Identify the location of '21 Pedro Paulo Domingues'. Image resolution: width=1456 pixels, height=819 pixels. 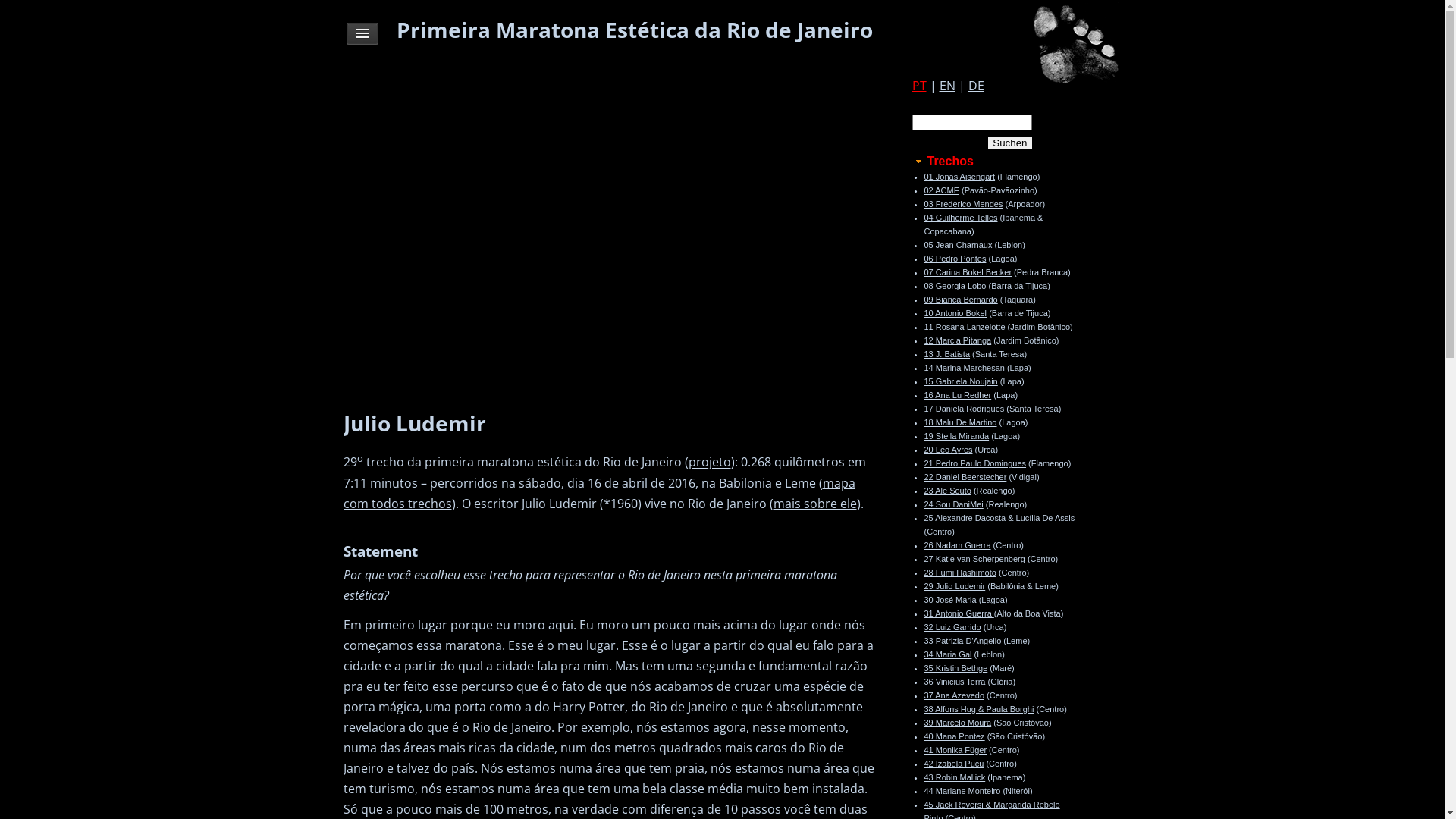
(974, 462).